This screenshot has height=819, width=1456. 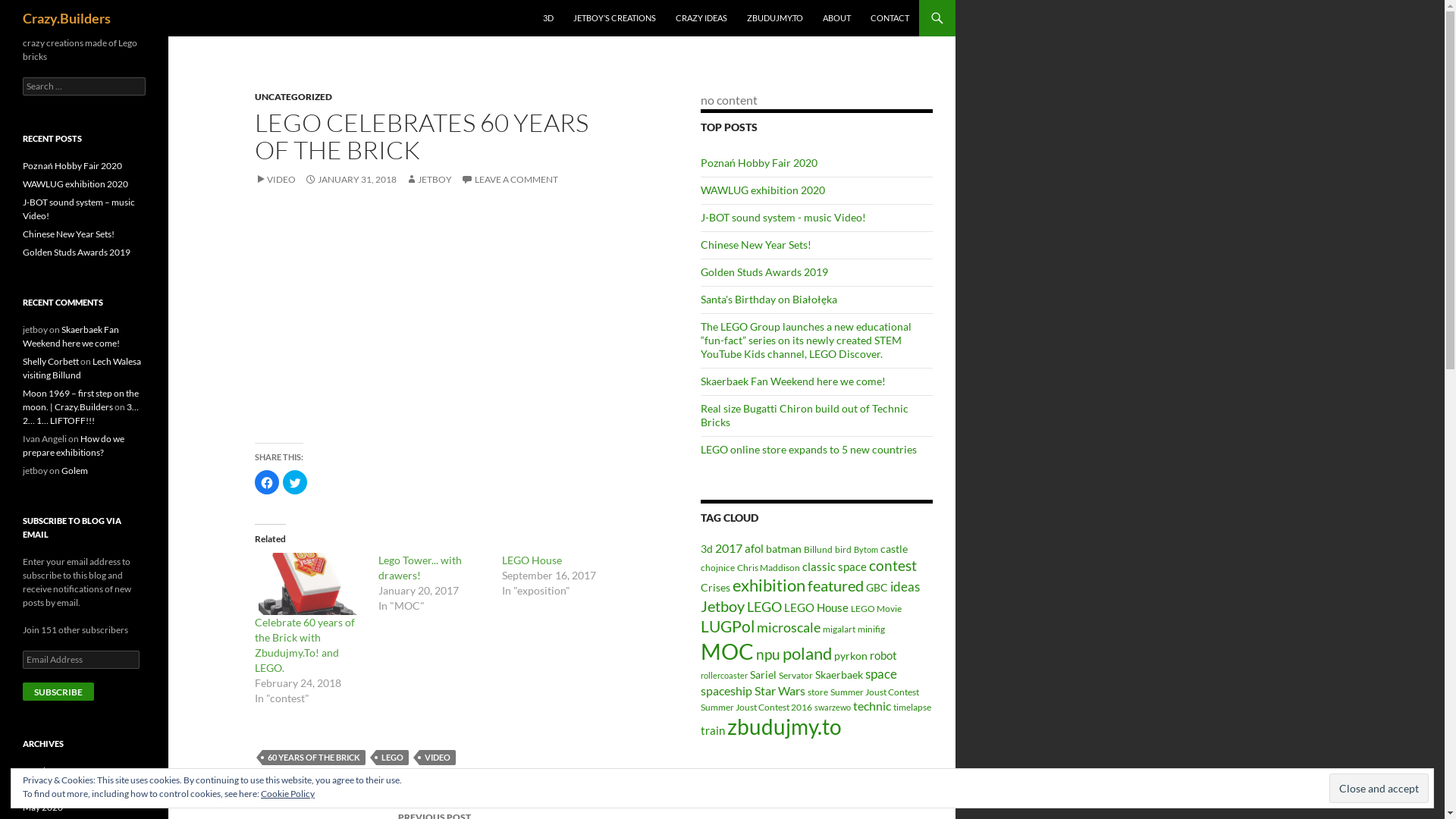 What do you see at coordinates (81, 368) in the screenshot?
I see `'Lech Walesa visiting Billund'` at bounding box center [81, 368].